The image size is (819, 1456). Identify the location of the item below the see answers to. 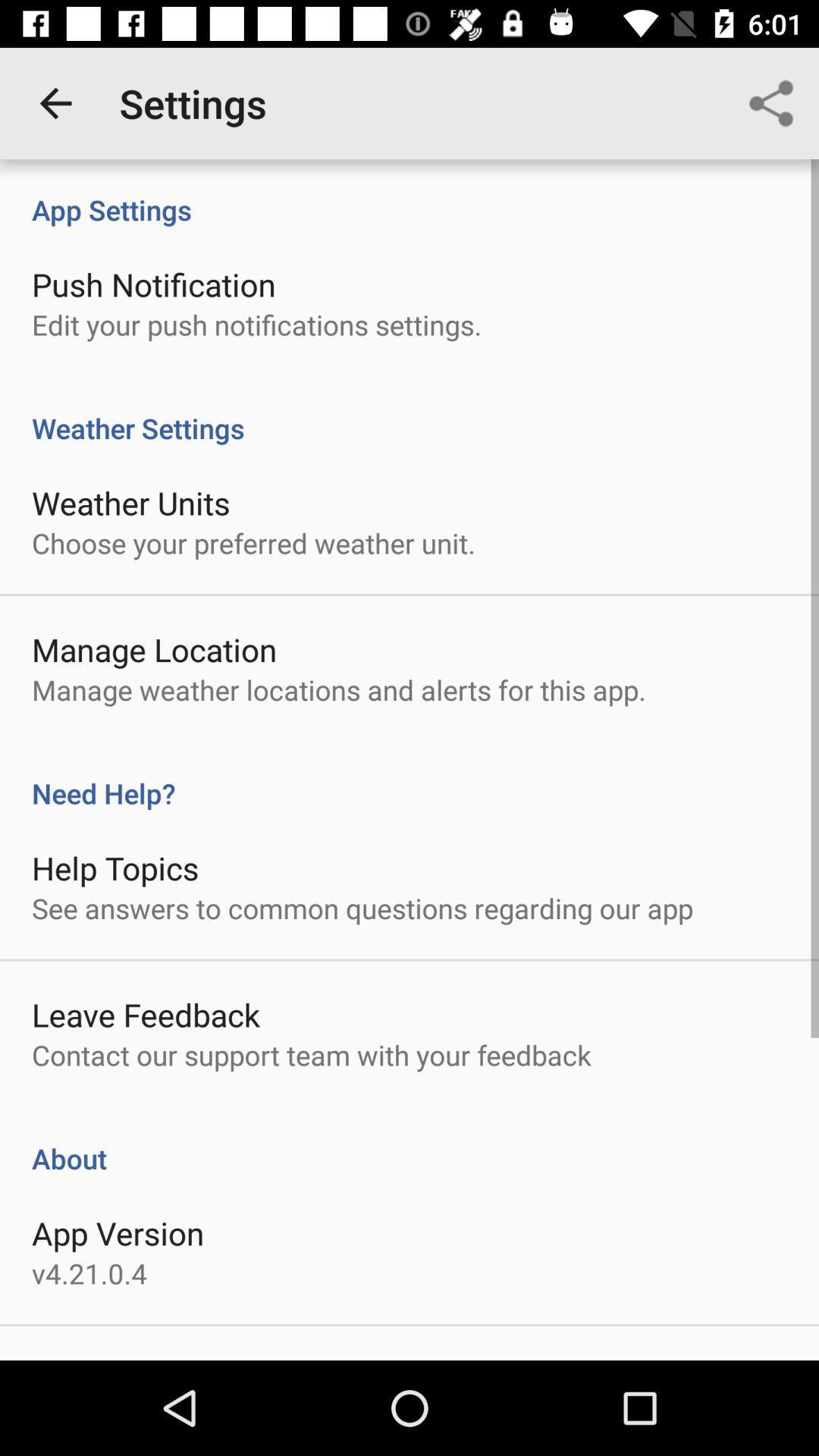
(146, 1015).